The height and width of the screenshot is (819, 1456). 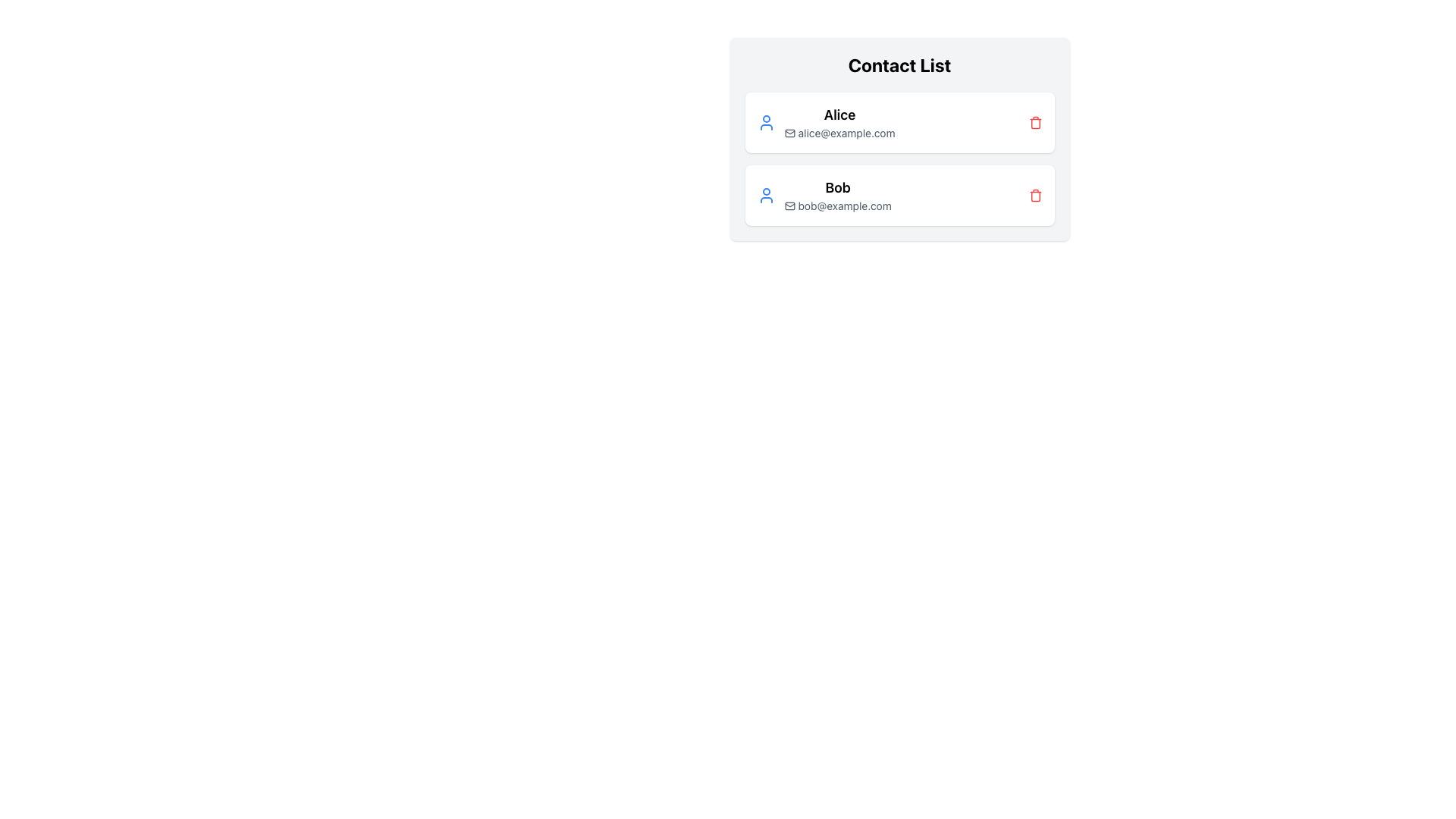 What do you see at coordinates (837, 206) in the screenshot?
I see `the email address element displaying 'bob@example.com' in gray font, located` at bounding box center [837, 206].